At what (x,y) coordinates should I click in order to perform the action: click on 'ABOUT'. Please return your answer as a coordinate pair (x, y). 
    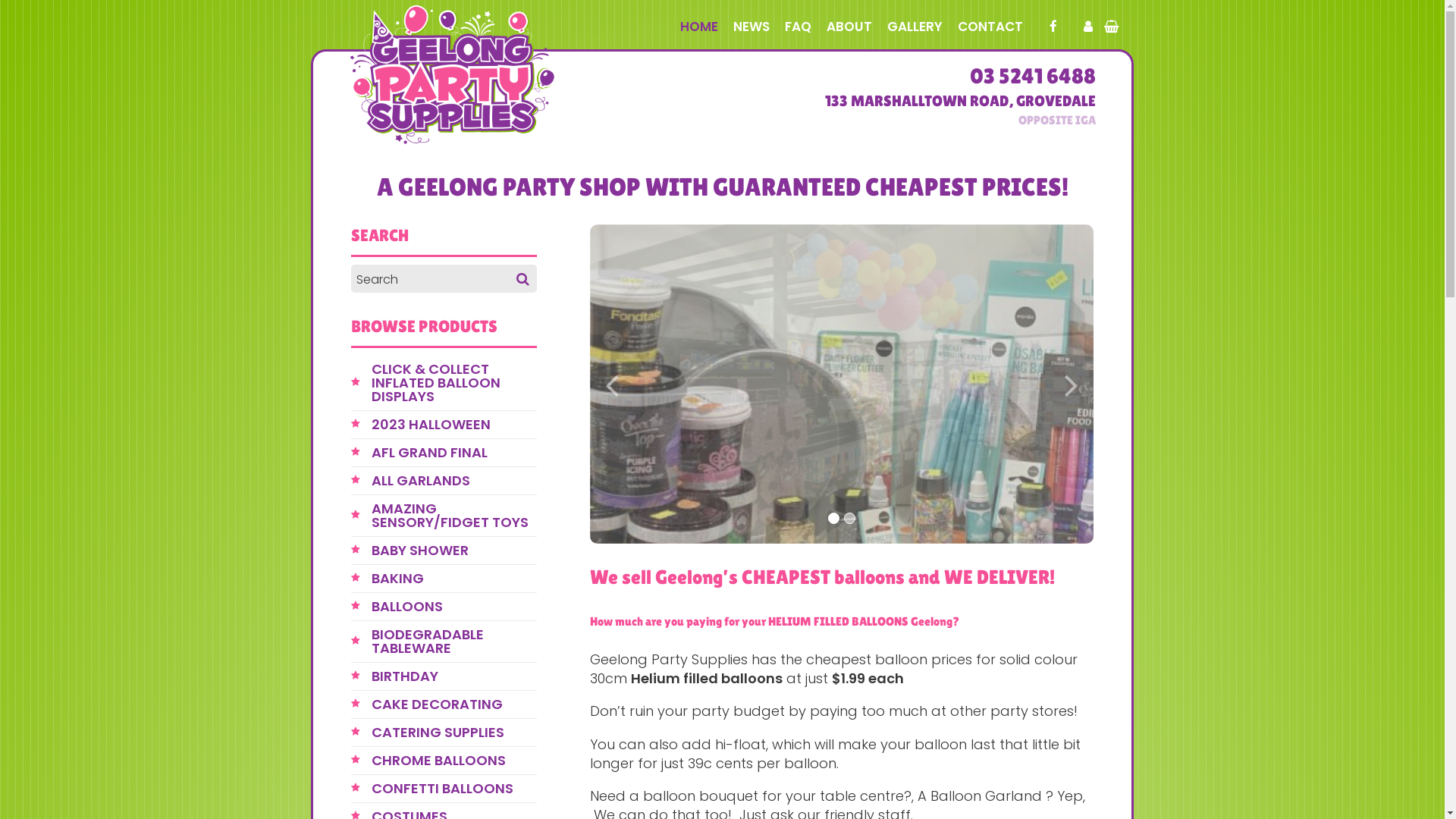
    Looking at the image, I should click on (848, 26).